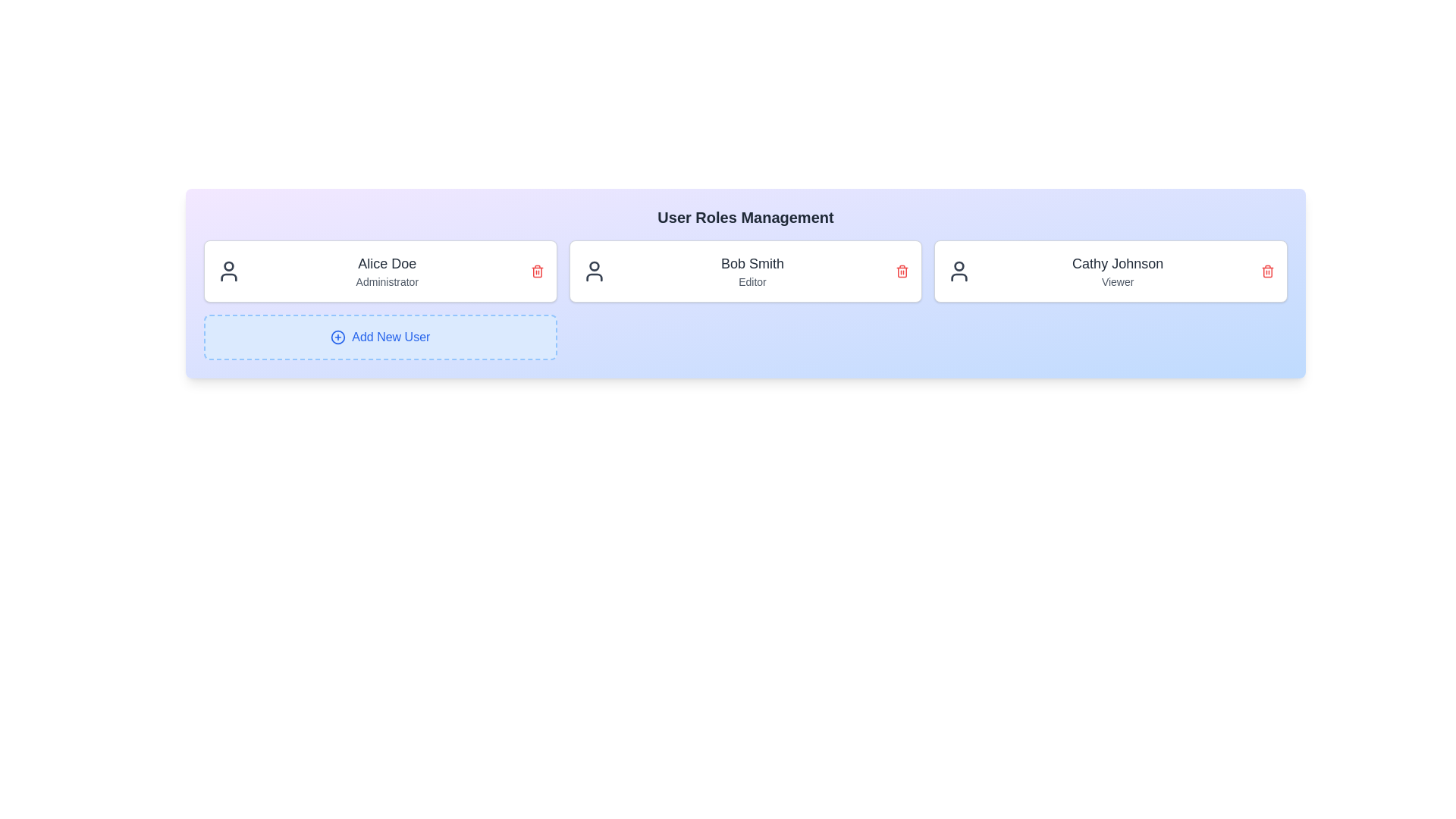  Describe the element at coordinates (537, 271) in the screenshot. I see `trash icon next to Alice Doe's name to remove them` at that location.